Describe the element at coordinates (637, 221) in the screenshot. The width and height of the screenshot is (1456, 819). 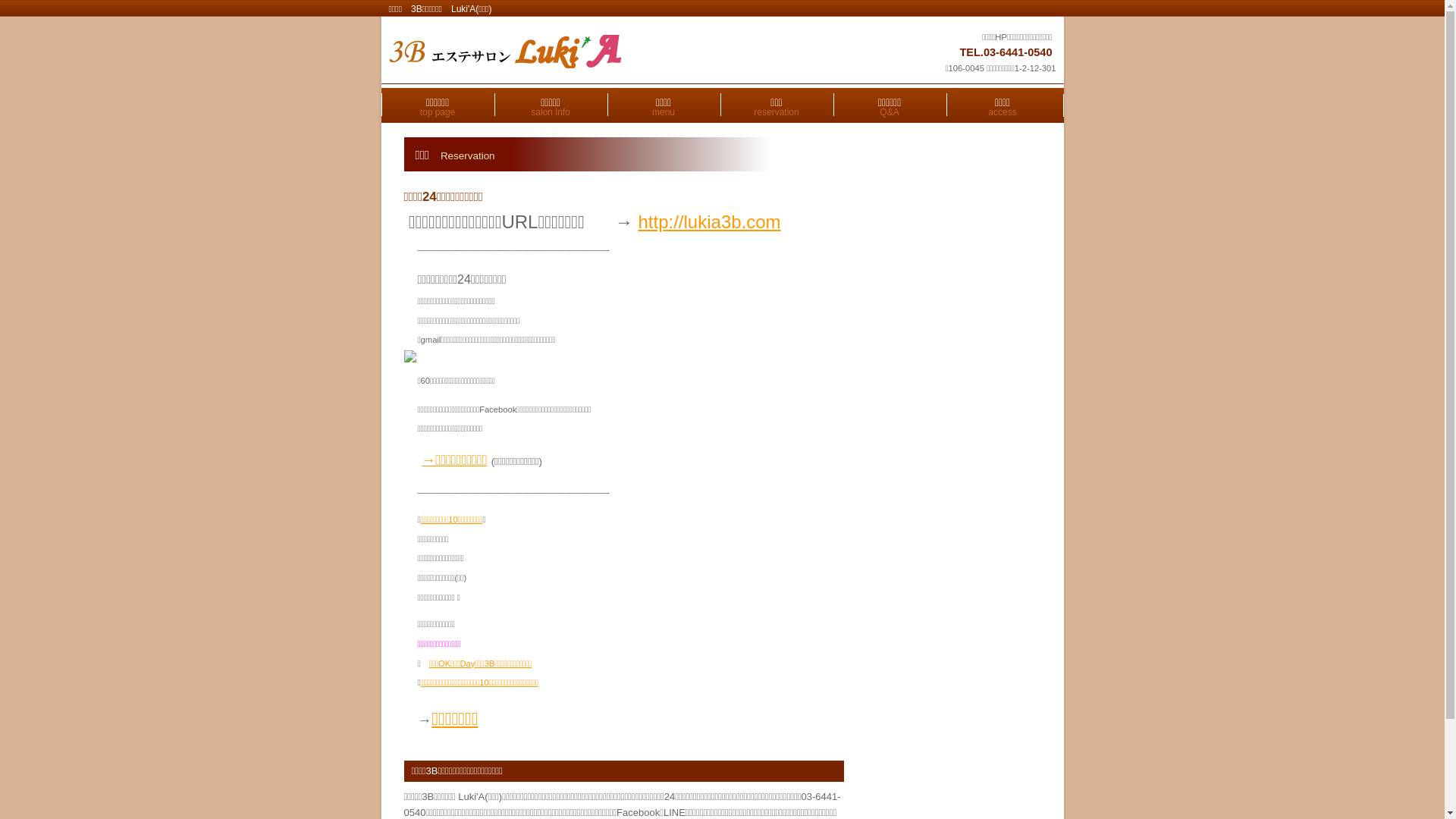
I see `'http://lukia3b.com'` at that location.